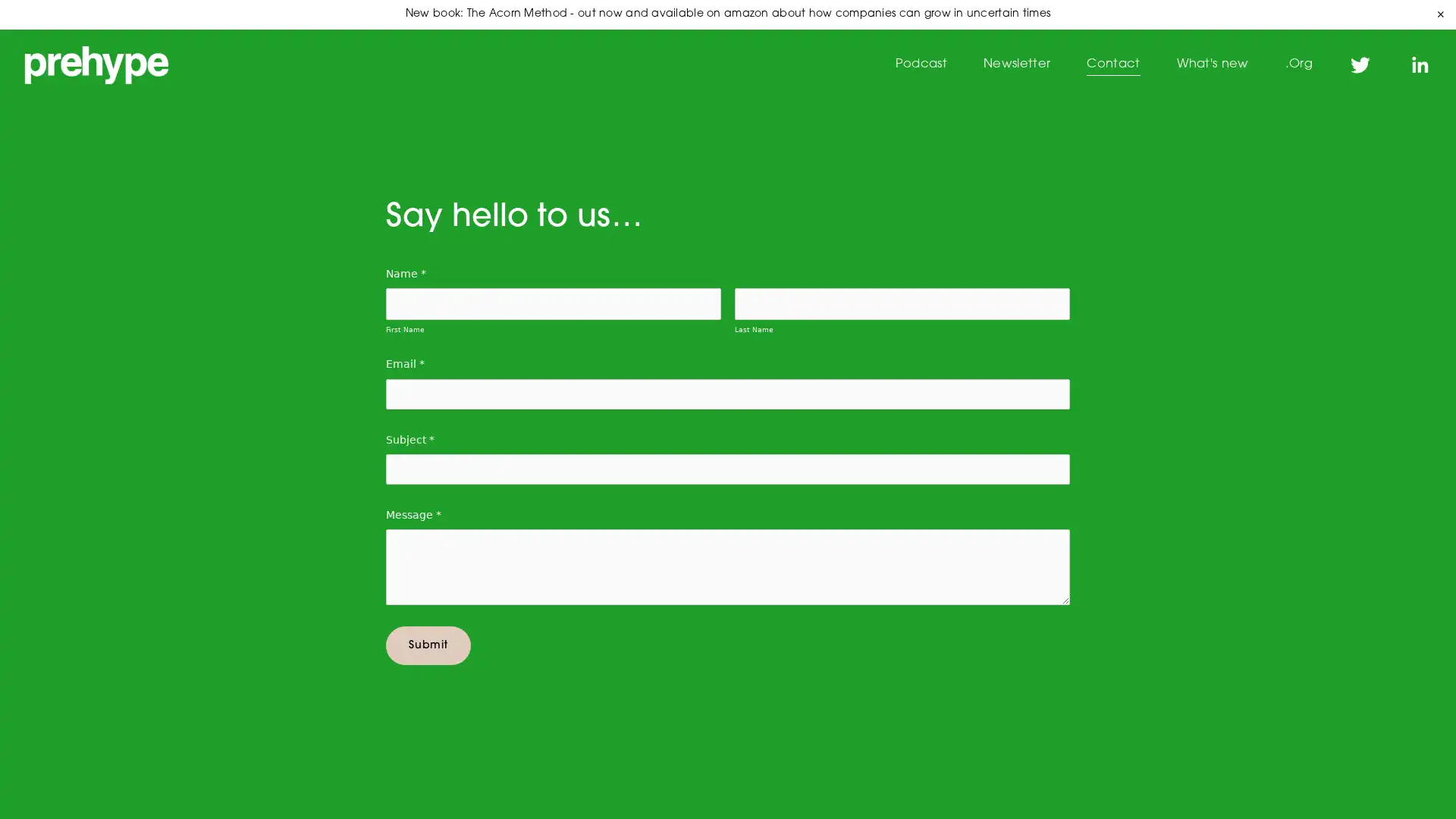 This screenshot has width=1456, height=819. I want to click on Submit, so click(427, 669).